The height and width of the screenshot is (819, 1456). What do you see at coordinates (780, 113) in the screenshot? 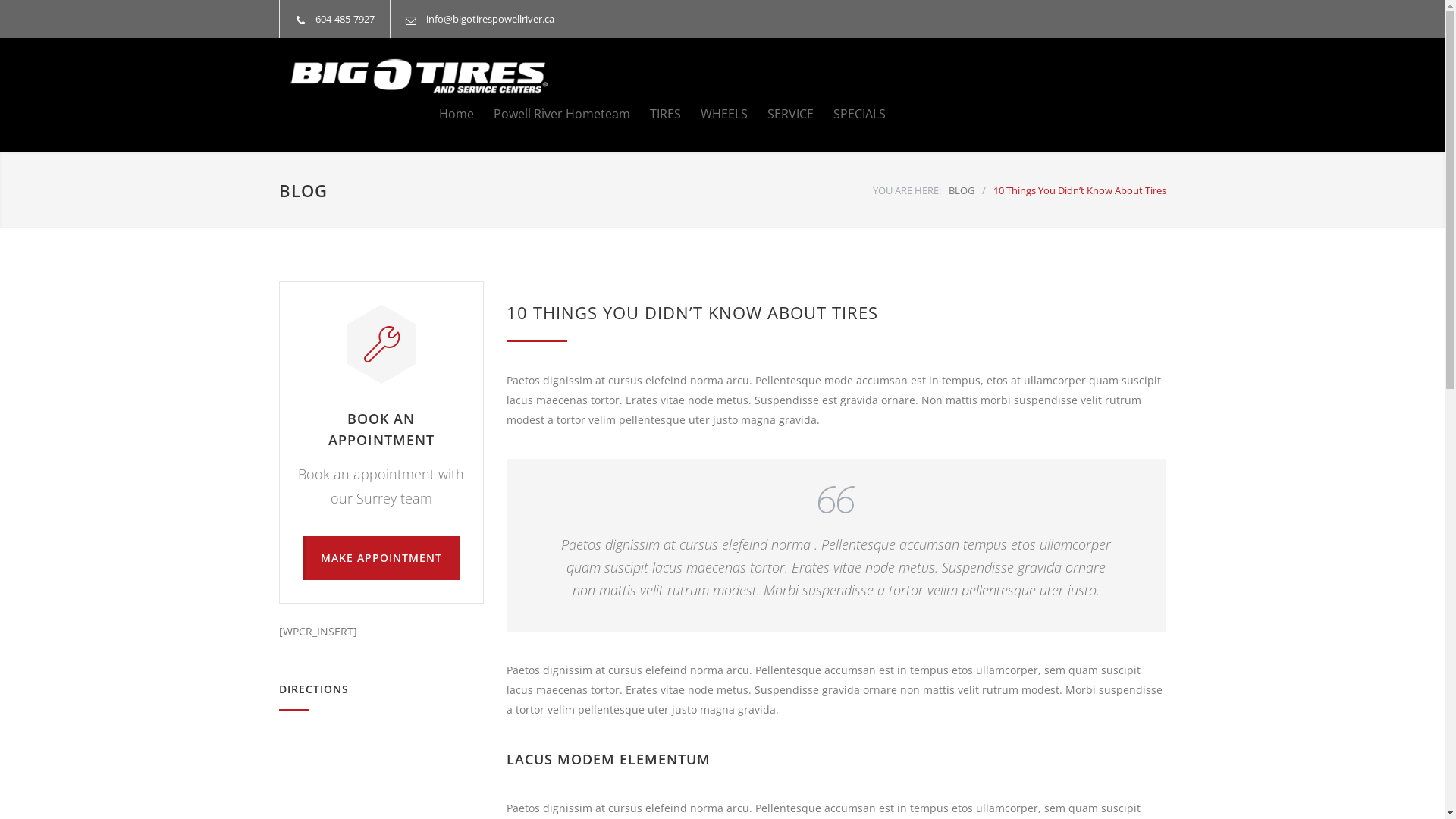
I see `'SERVICE'` at bounding box center [780, 113].